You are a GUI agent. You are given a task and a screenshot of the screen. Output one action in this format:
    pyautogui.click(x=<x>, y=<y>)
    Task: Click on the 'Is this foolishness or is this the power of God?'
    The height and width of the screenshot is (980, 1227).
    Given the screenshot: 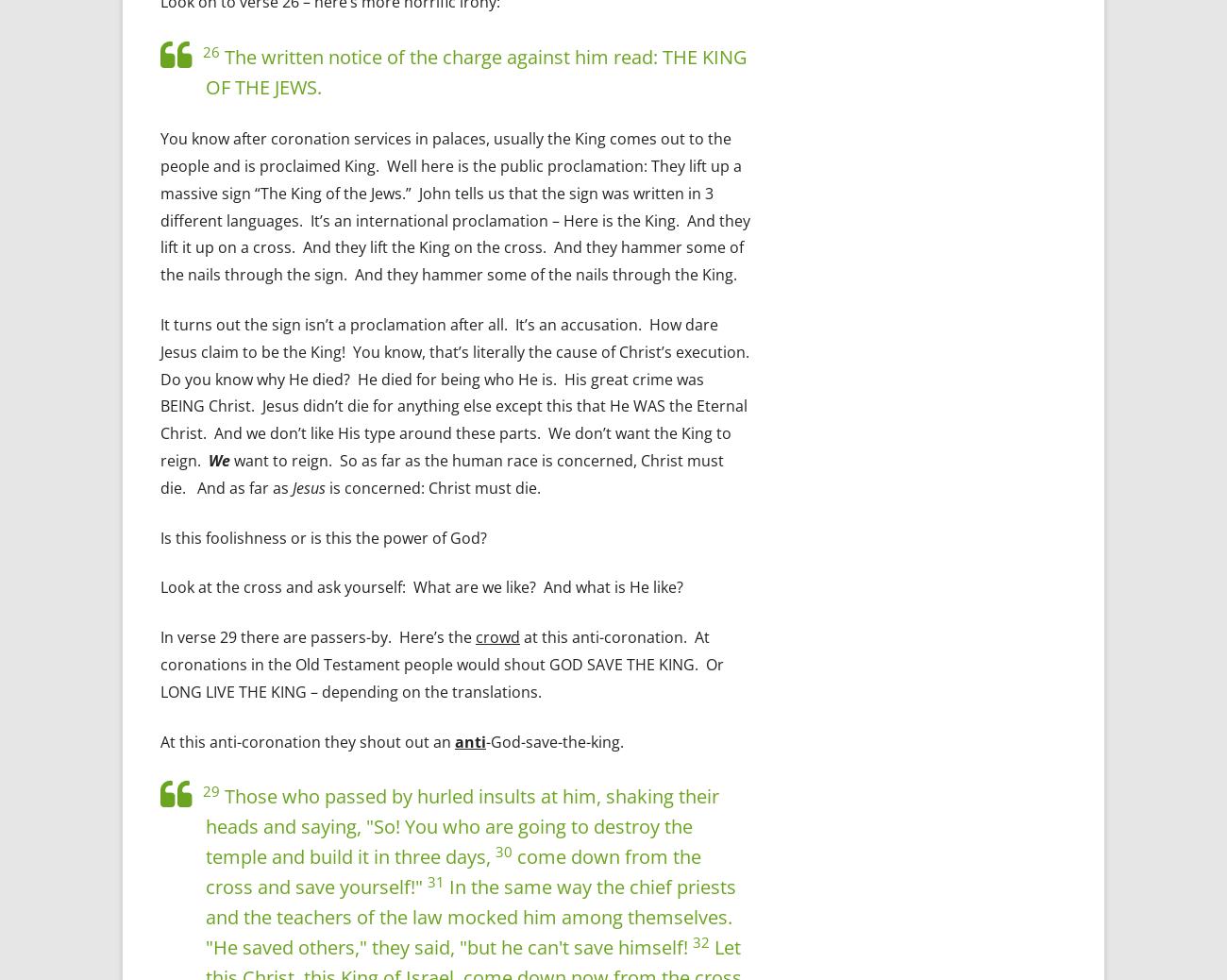 What is the action you would take?
    pyautogui.click(x=322, y=536)
    